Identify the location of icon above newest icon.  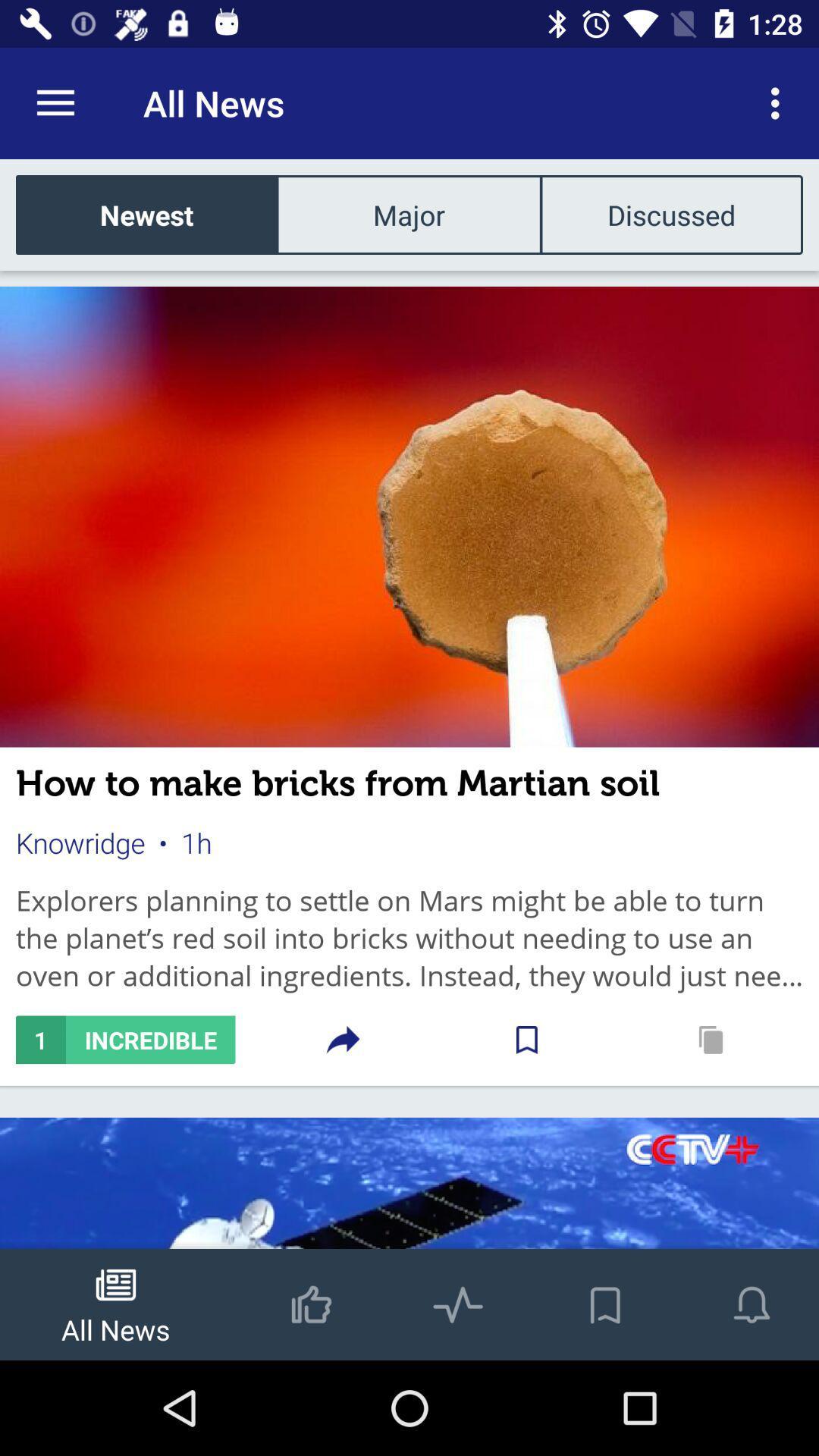
(55, 102).